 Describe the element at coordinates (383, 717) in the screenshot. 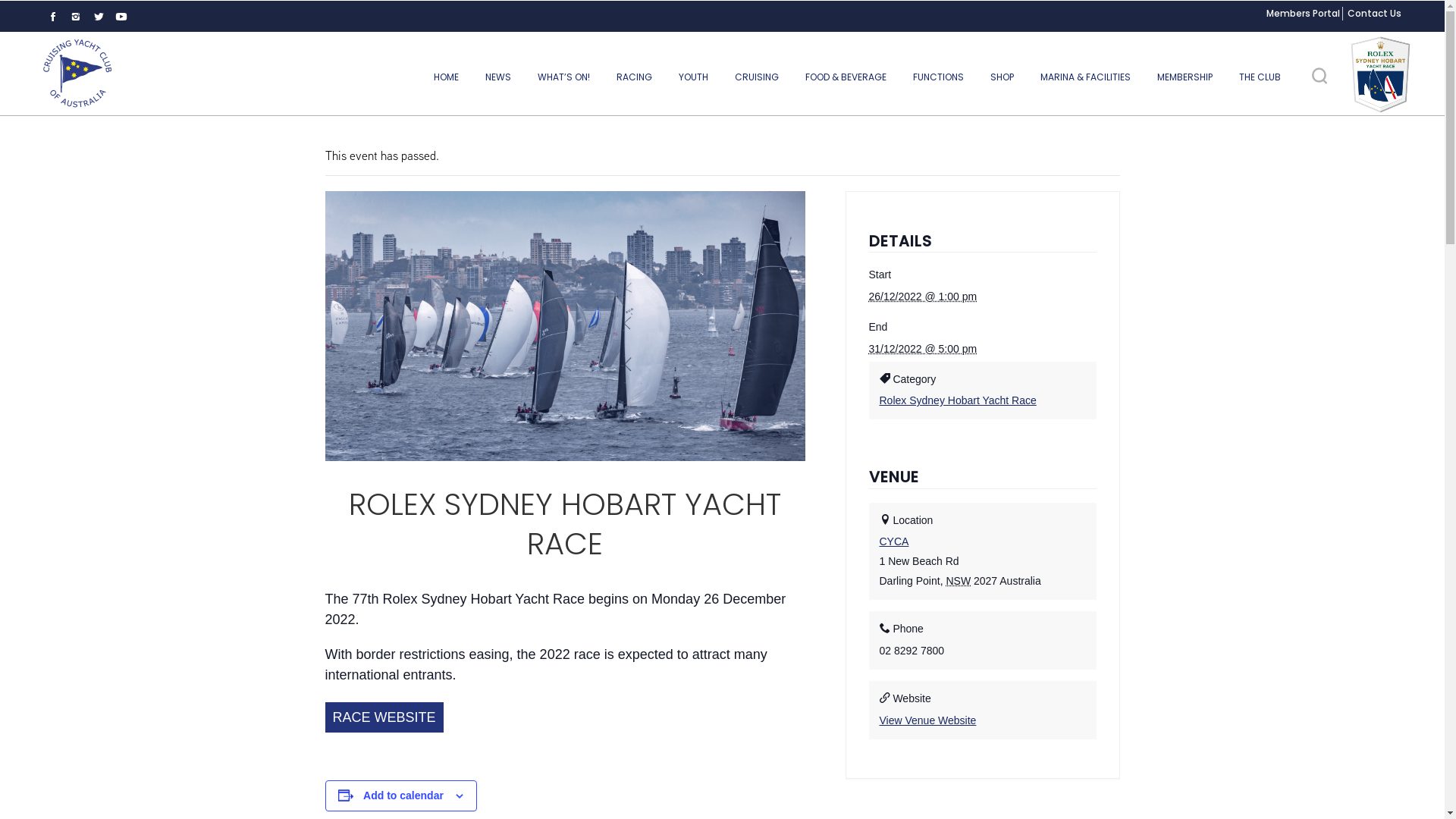

I see `'RACE WEBSITE'` at that location.